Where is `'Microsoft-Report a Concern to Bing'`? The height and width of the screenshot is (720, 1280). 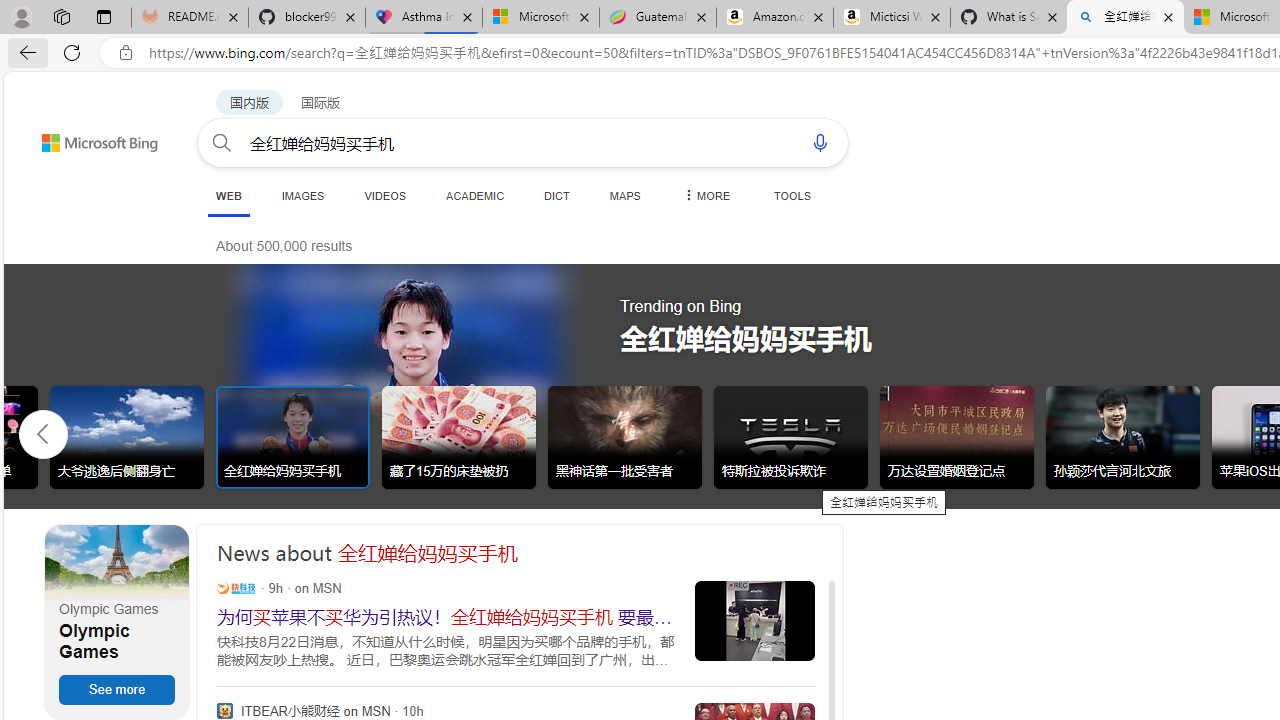
'Microsoft-Report a Concern to Bing' is located at coordinates (540, 17).